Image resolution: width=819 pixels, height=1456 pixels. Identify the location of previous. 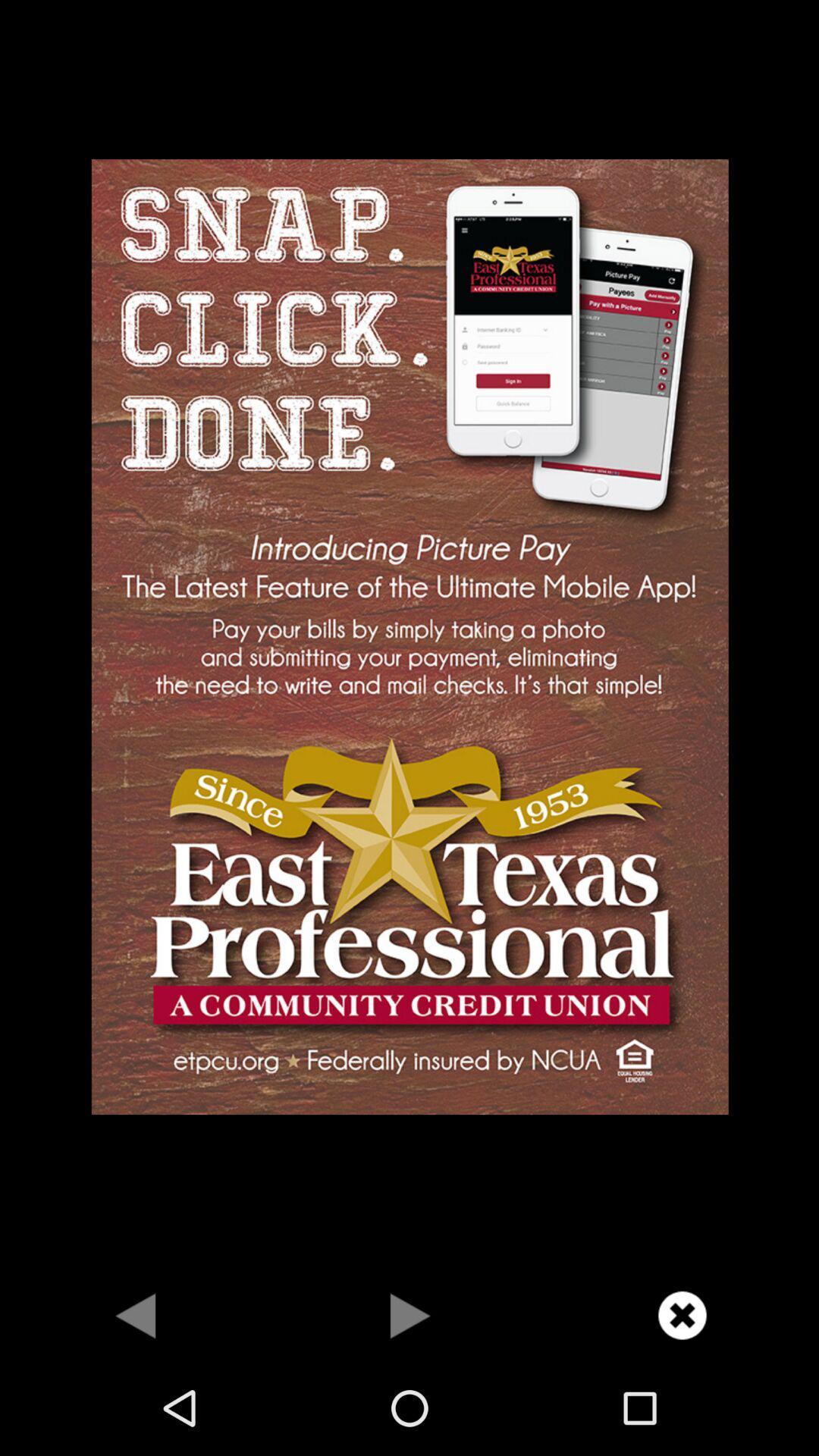
(136, 1314).